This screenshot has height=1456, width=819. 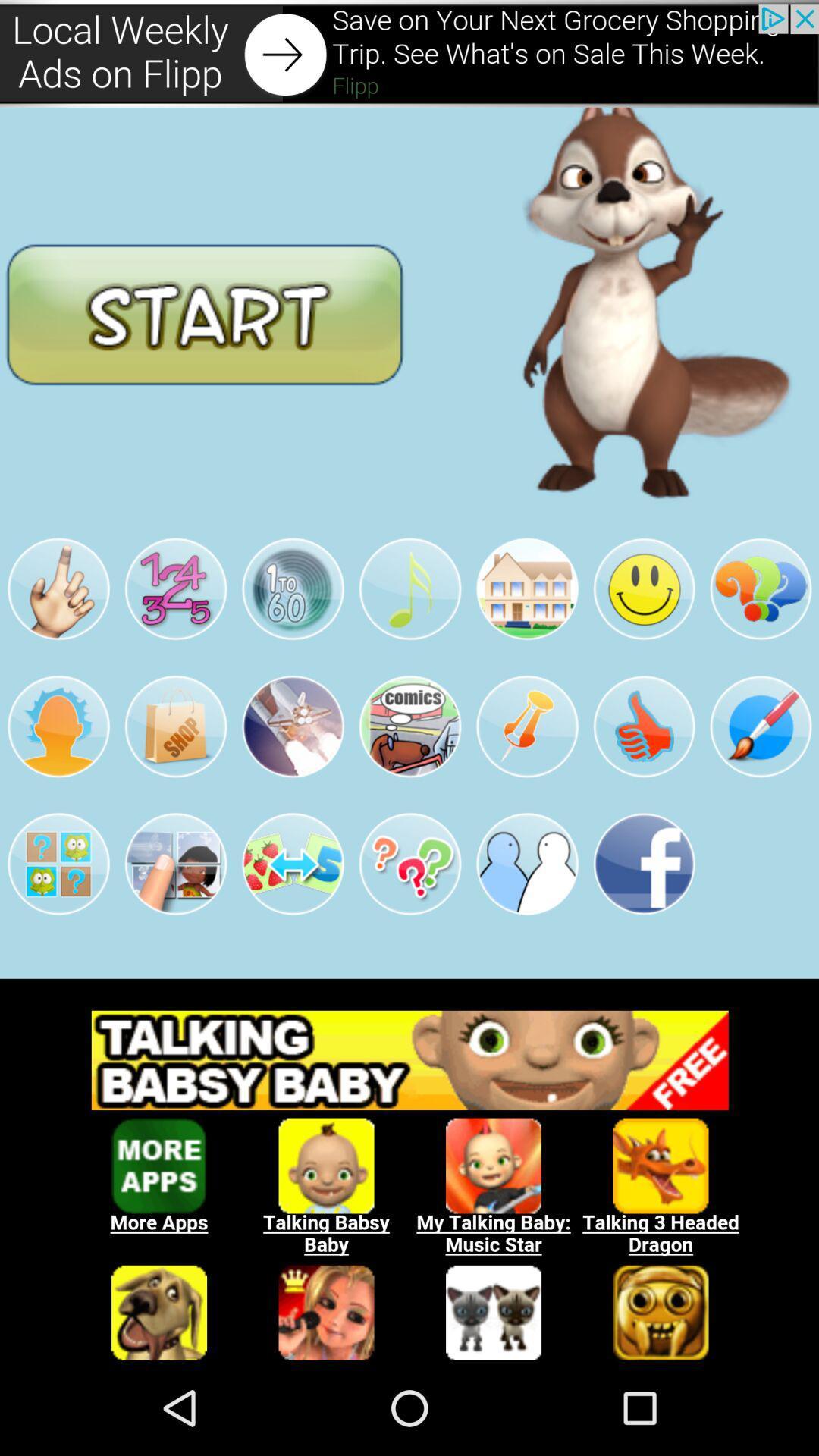 What do you see at coordinates (644, 777) in the screenshot?
I see `the thumbs_up icon` at bounding box center [644, 777].